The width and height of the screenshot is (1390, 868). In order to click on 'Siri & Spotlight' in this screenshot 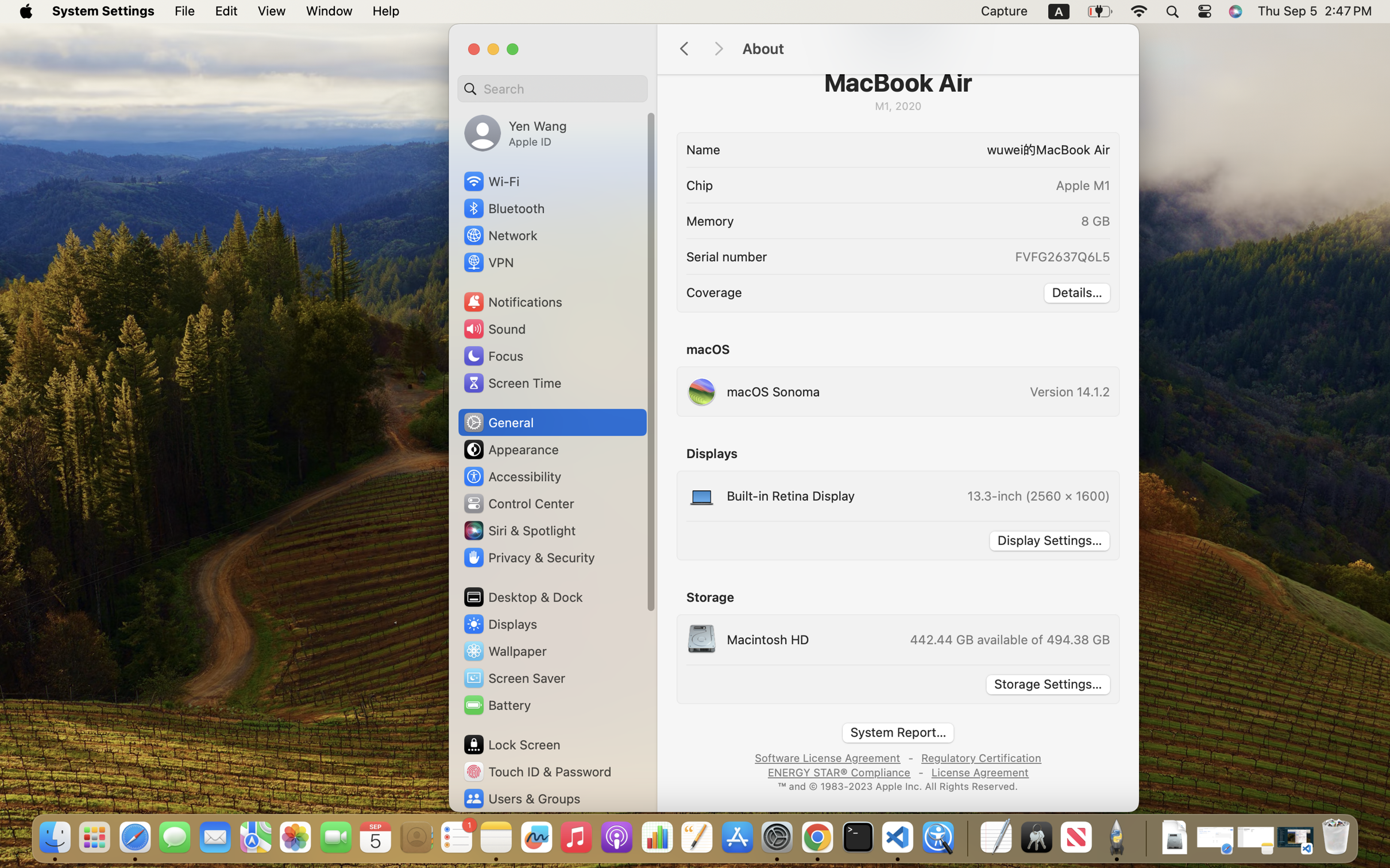, I will do `click(518, 529)`.